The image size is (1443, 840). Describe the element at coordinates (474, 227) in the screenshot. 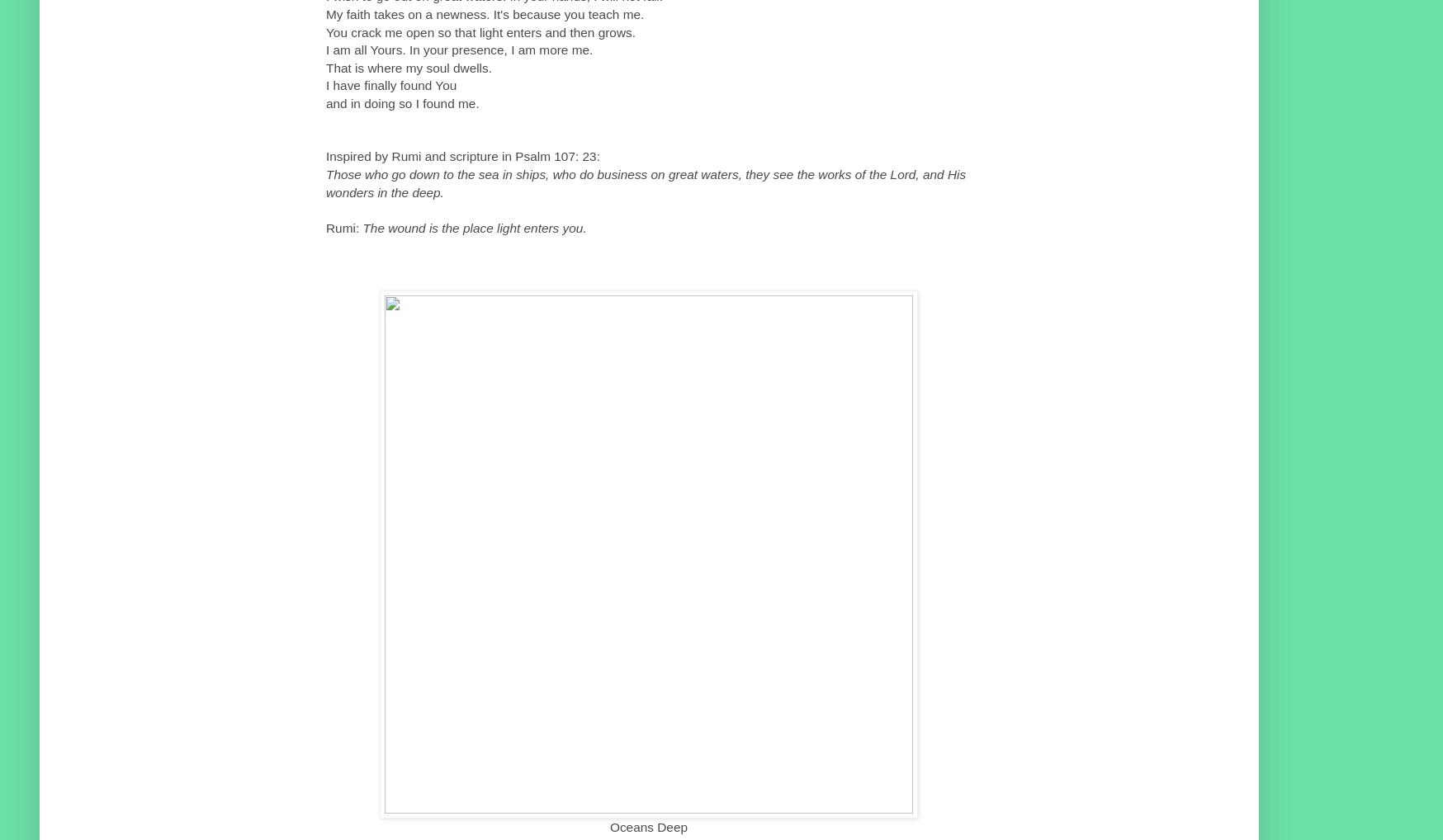

I see `'The wound is the place light enters you.'` at that location.